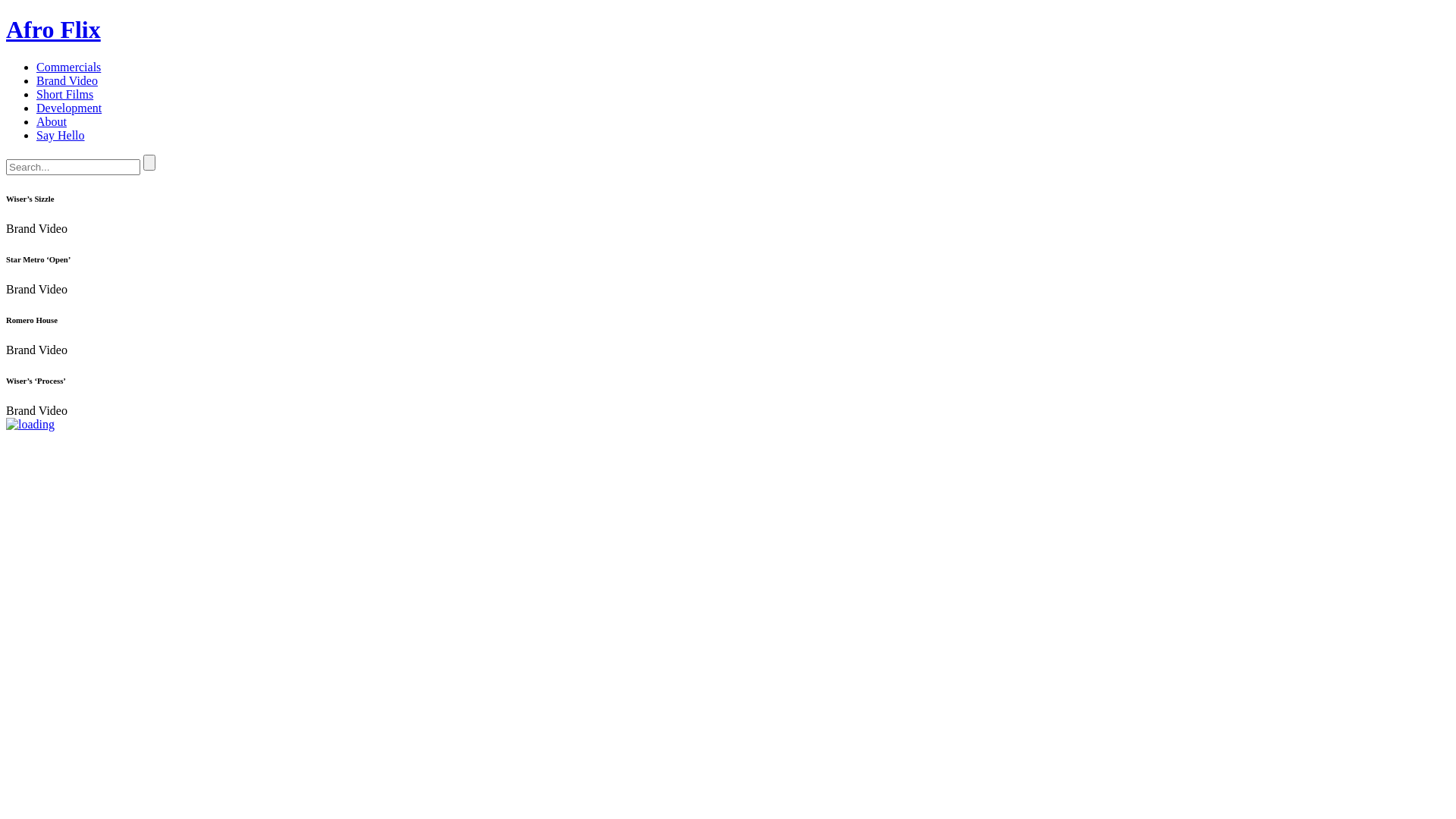 Image resolution: width=1456 pixels, height=819 pixels. Describe the element at coordinates (51, 121) in the screenshot. I see `'About'` at that location.